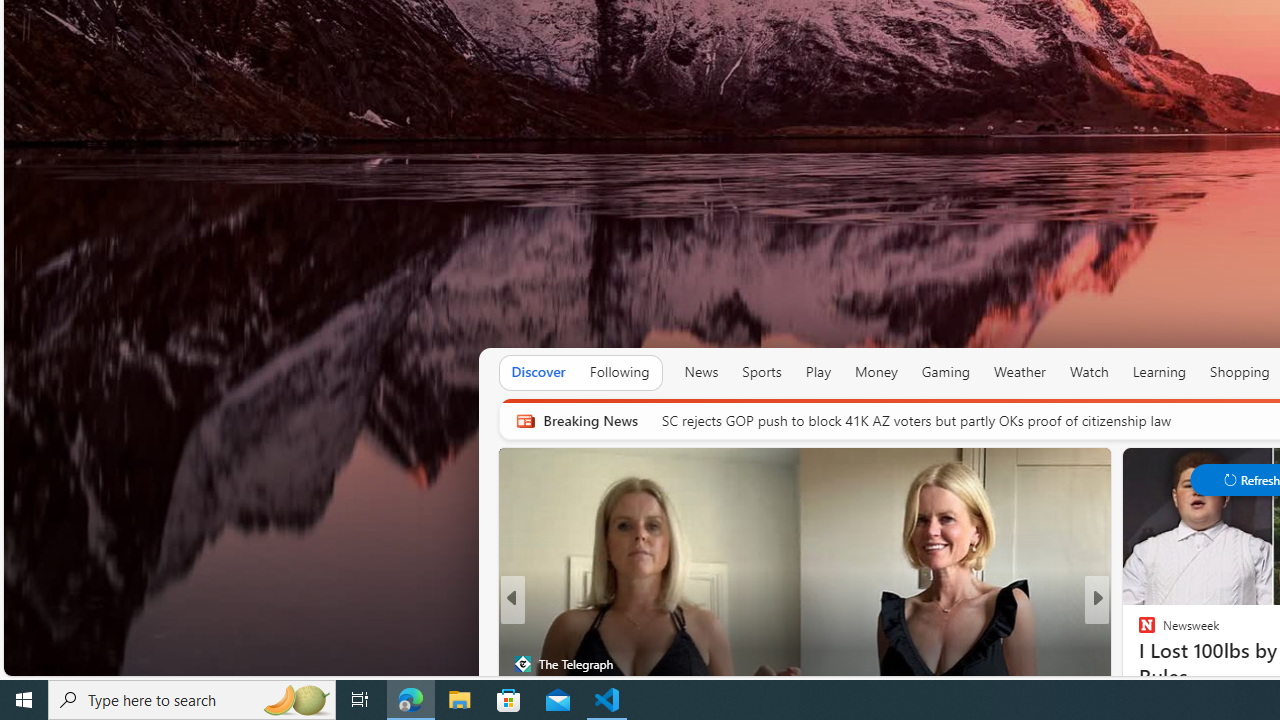  Describe the element at coordinates (701, 371) in the screenshot. I see `'News'` at that location.